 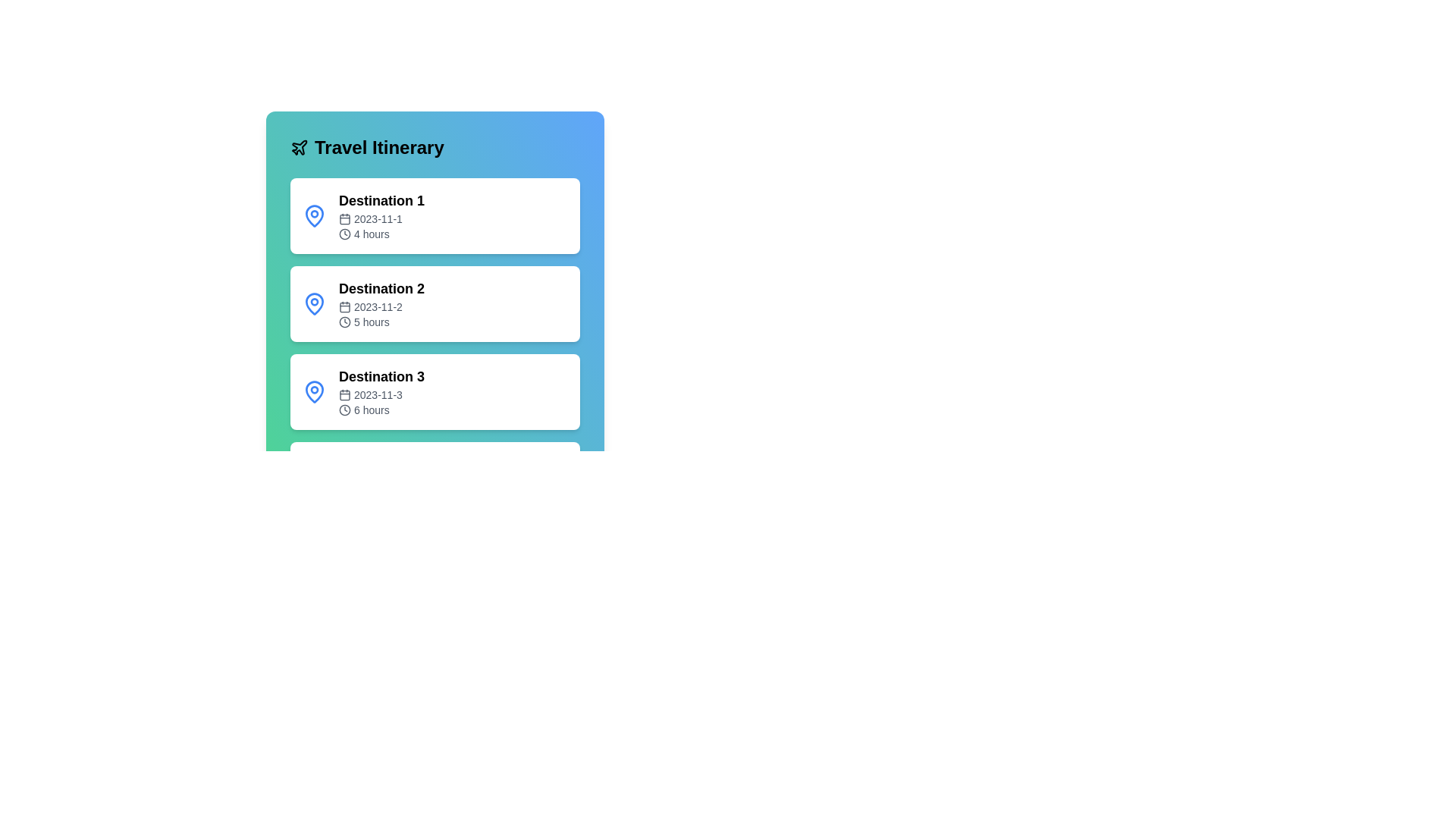 I want to click on the static text element displaying the duration or time for 'Destination 3', located at the bottom-right of the third block under the date '2023-11-3', so click(x=381, y=409).